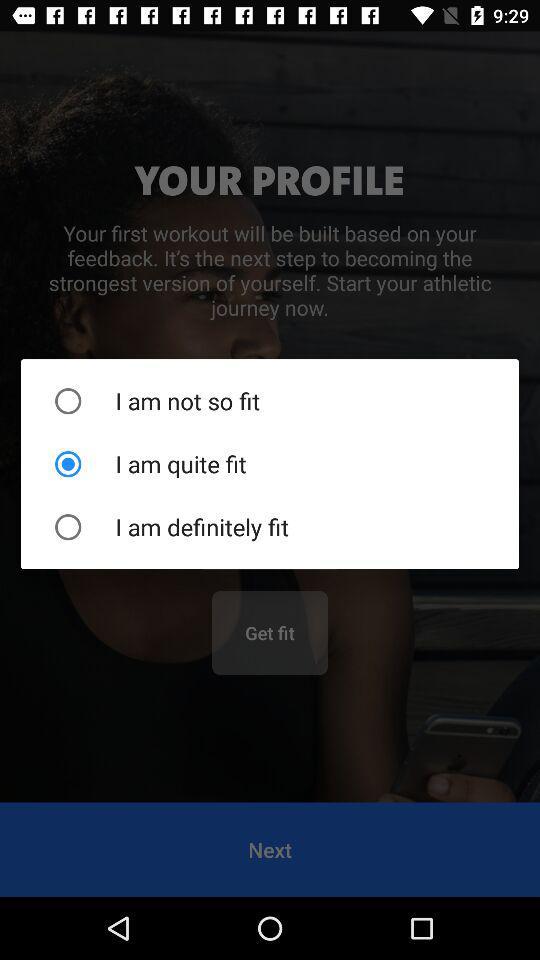 Image resolution: width=540 pixels, height=960 pixels. What do you see at coordinates (270, 632) in the screenshot?
I see `the button above next` at bounding box center [270, 632].